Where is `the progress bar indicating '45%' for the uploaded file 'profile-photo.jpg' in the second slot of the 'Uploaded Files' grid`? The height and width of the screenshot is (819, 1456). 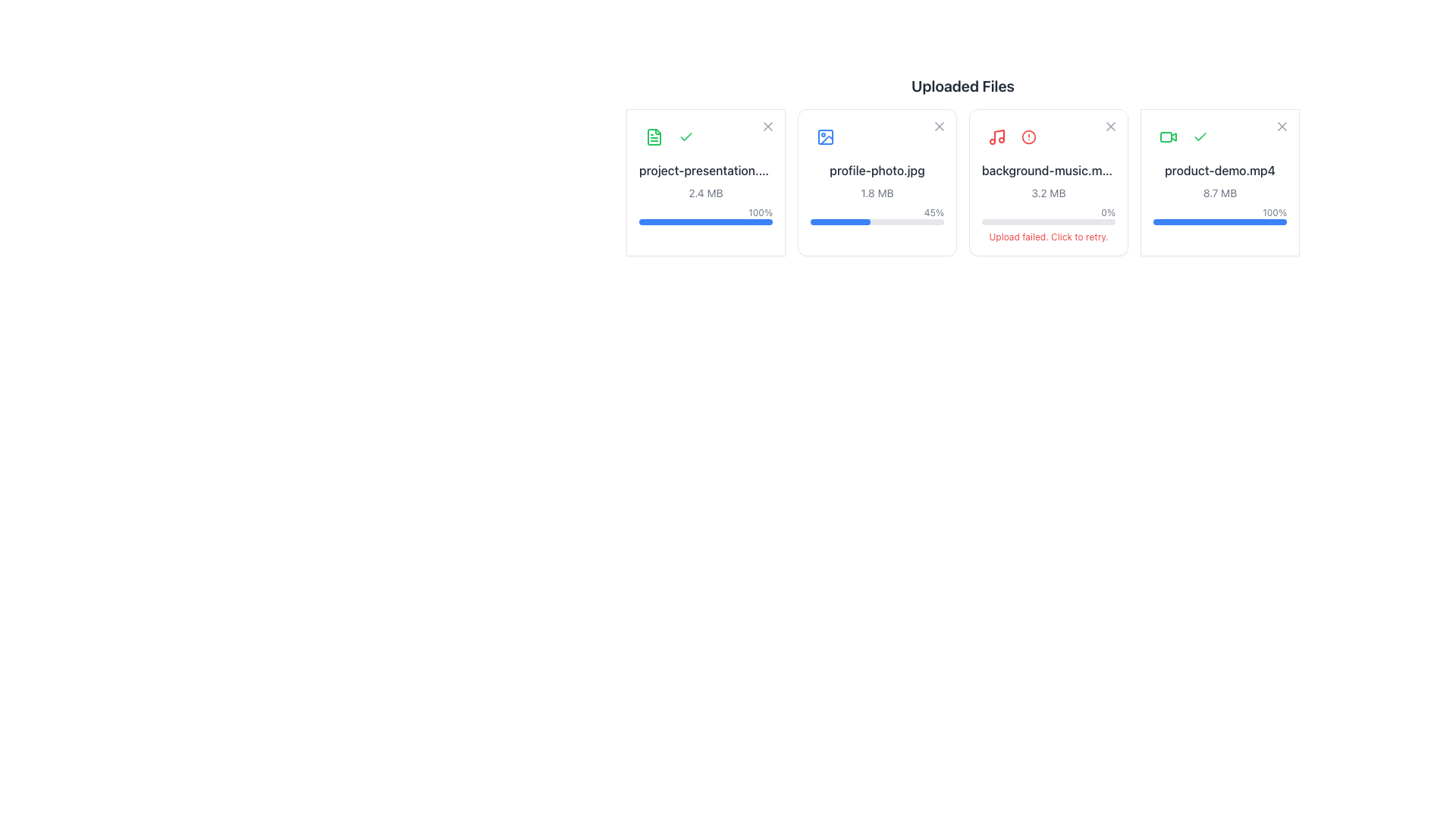
the progress bar indicating '45%' for the uploaded file 'profile-photo.jpg' in the second slot of the 'Uploaded Files' grid is located at coordinates (877, 216).